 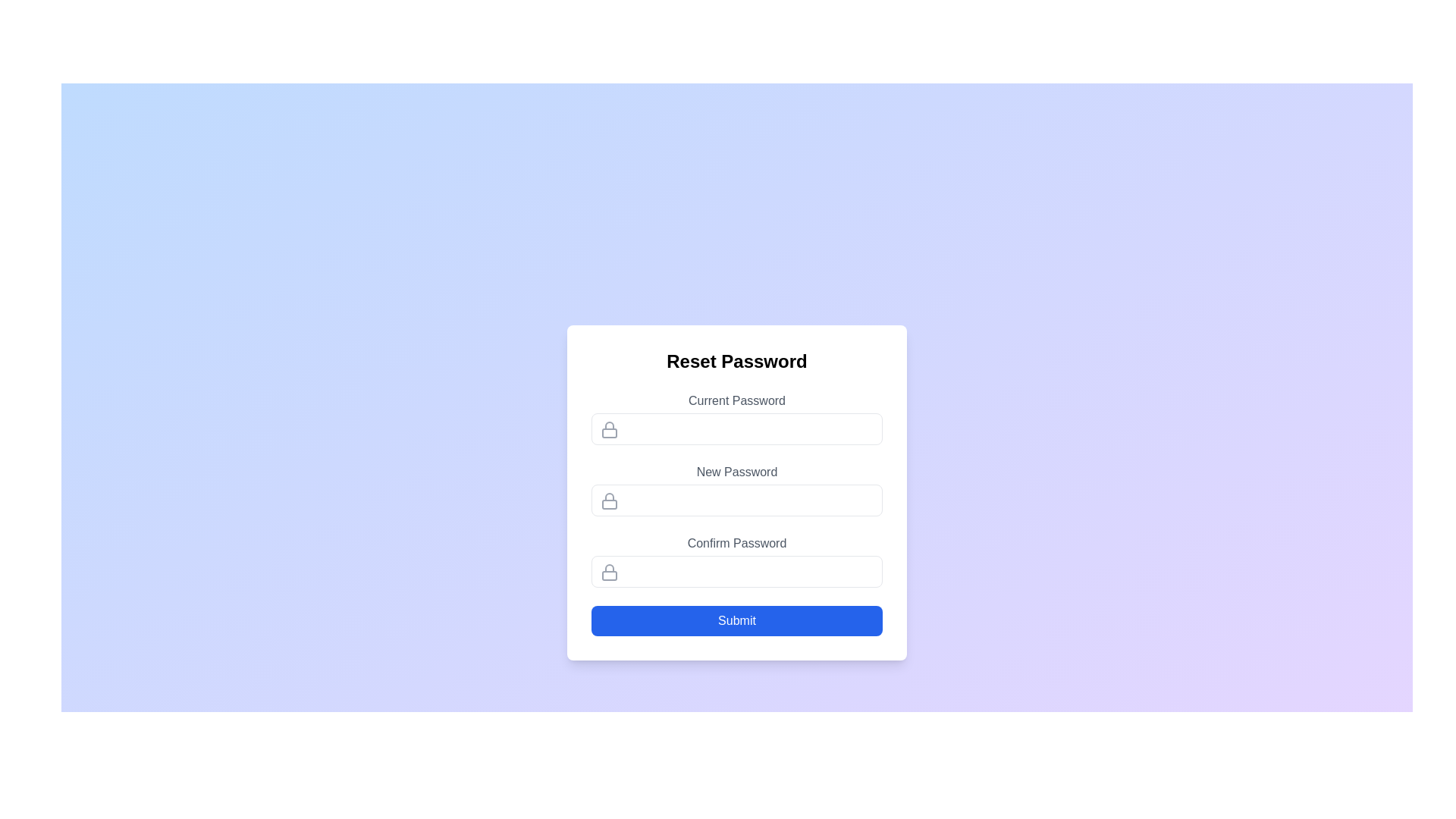 I want to click on the static text label indicating the user should enter their new password, which is positioned centrally in the card above the 'Confirm Password' input field, so click(x=736, y=472).